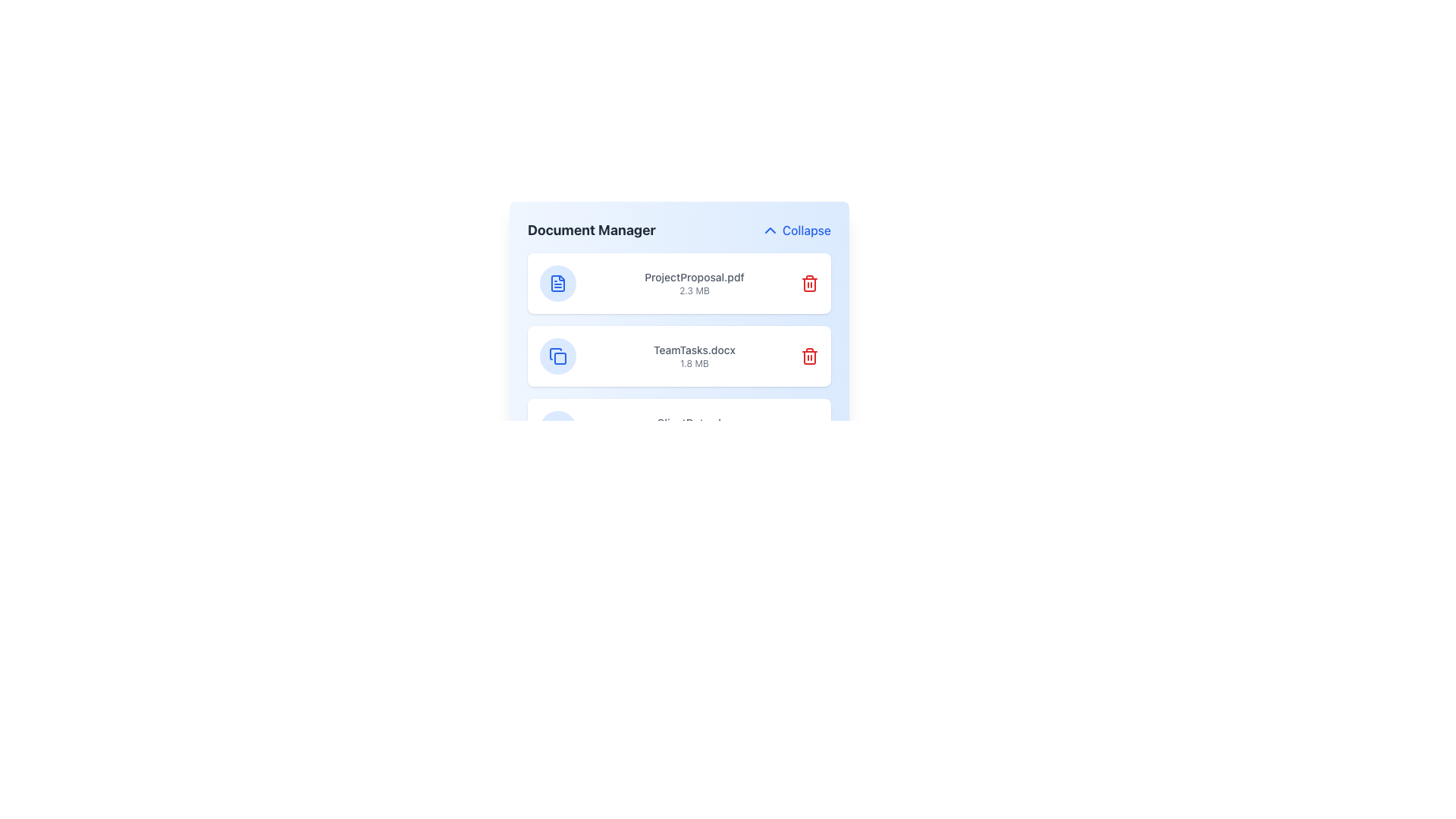 This screenshot has width=1456, height=819. Describe the element at coordinates (694, 356) in the screenshot. I see `text content of the label that identifies the document, located as the second item in the Document Manager list, specifically positioned between 'ProjectProposal.pdf' and the next file entry` at that location.